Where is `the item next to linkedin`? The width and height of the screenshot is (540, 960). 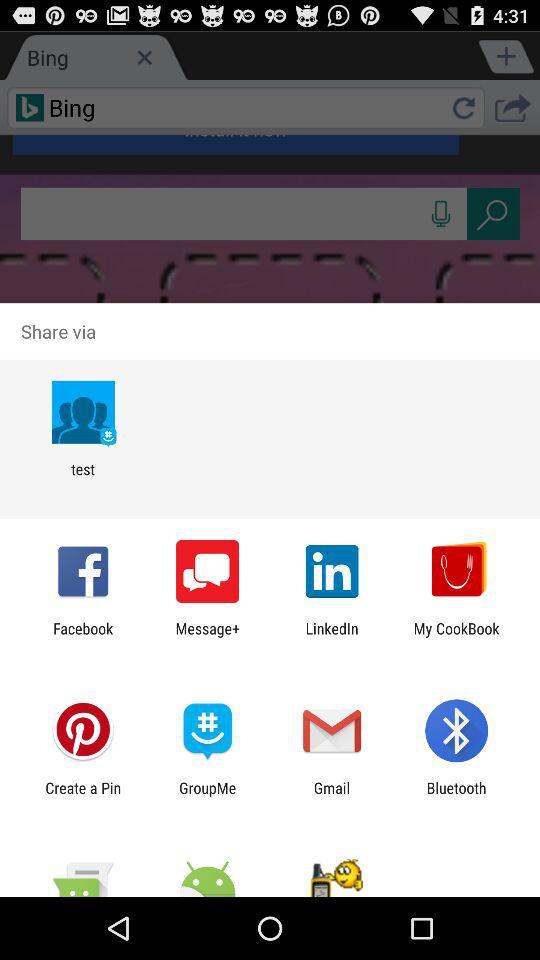
the item next to linkedin is located at coordinates (456, 636).